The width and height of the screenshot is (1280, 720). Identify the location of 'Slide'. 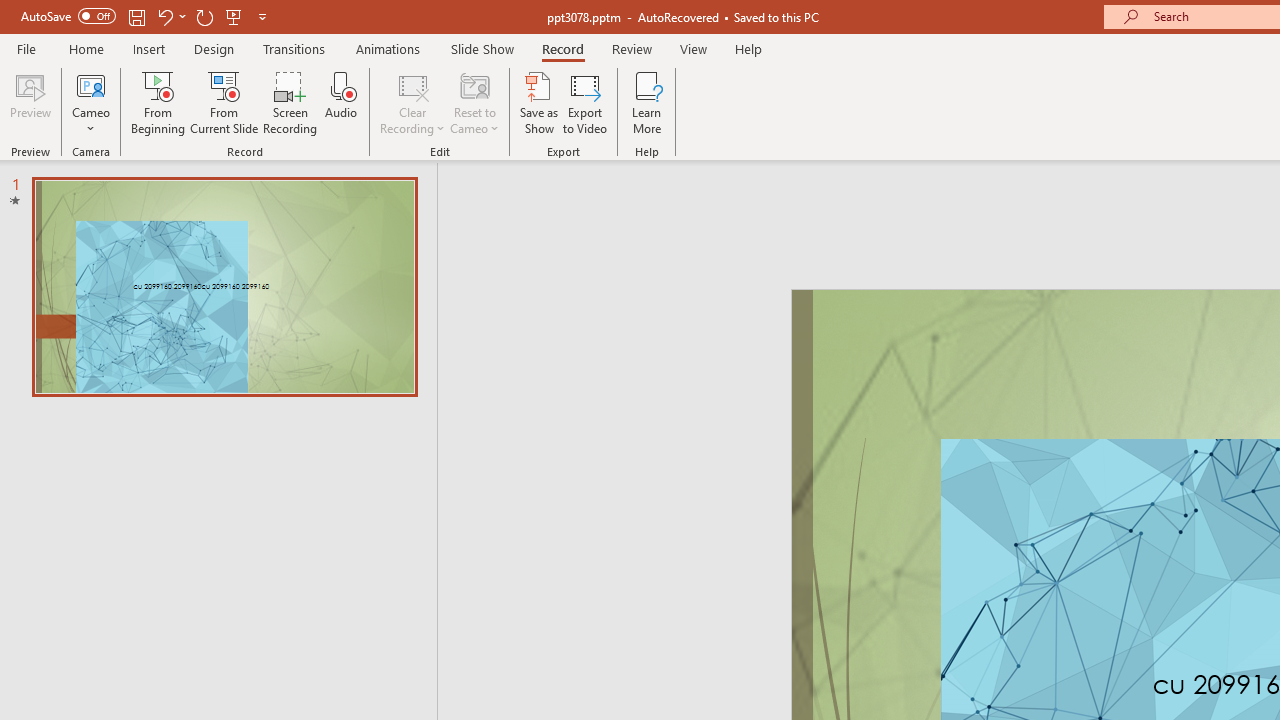
(224, 286).